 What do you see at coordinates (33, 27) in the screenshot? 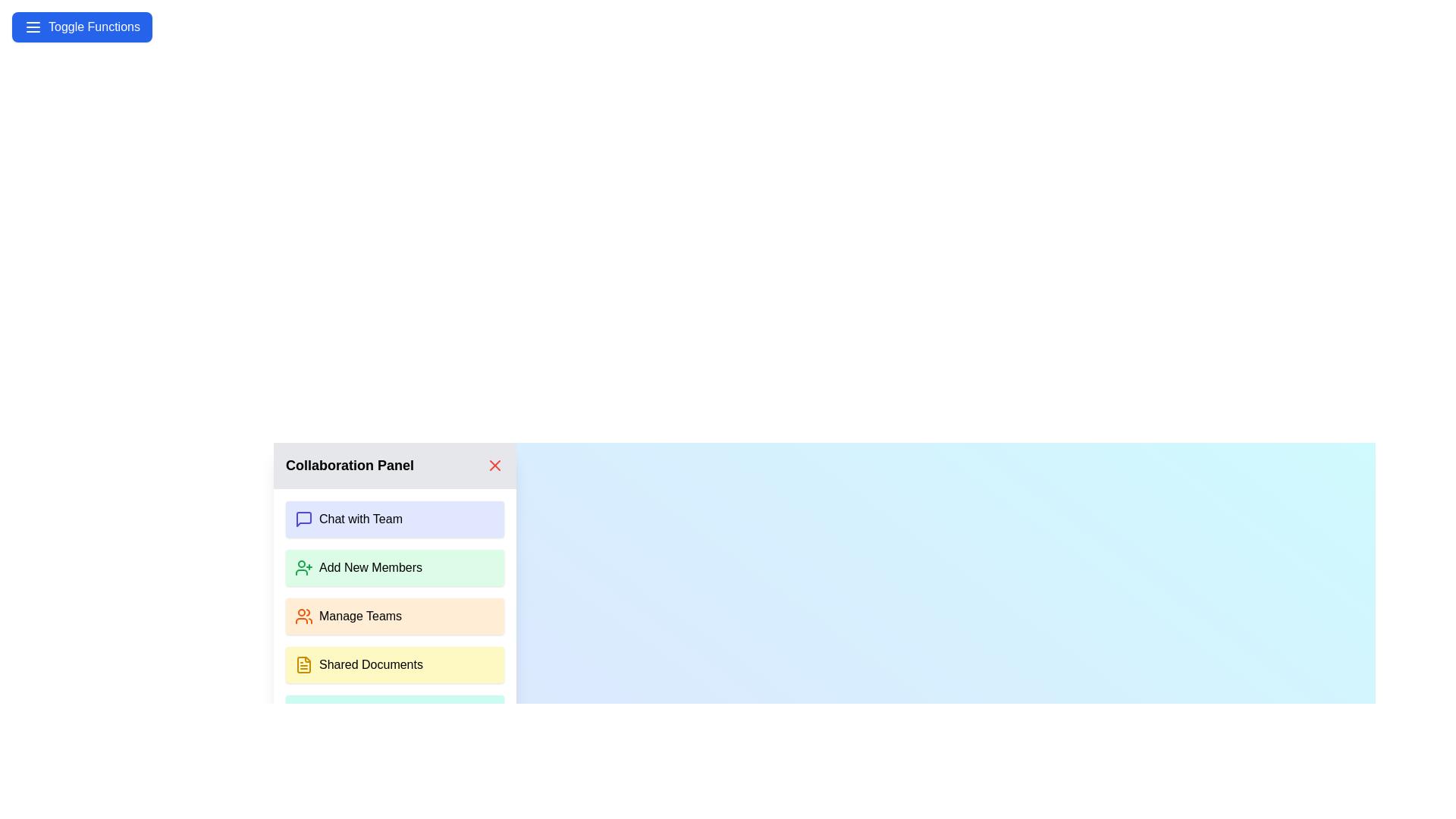
I see `the Menu Icon, which is a white horizontally aligned icon with three stacked lines located inside the blue button labeled 'Toggle Functions' in the top-left corner of the interface` at bounding box center [33, 27].